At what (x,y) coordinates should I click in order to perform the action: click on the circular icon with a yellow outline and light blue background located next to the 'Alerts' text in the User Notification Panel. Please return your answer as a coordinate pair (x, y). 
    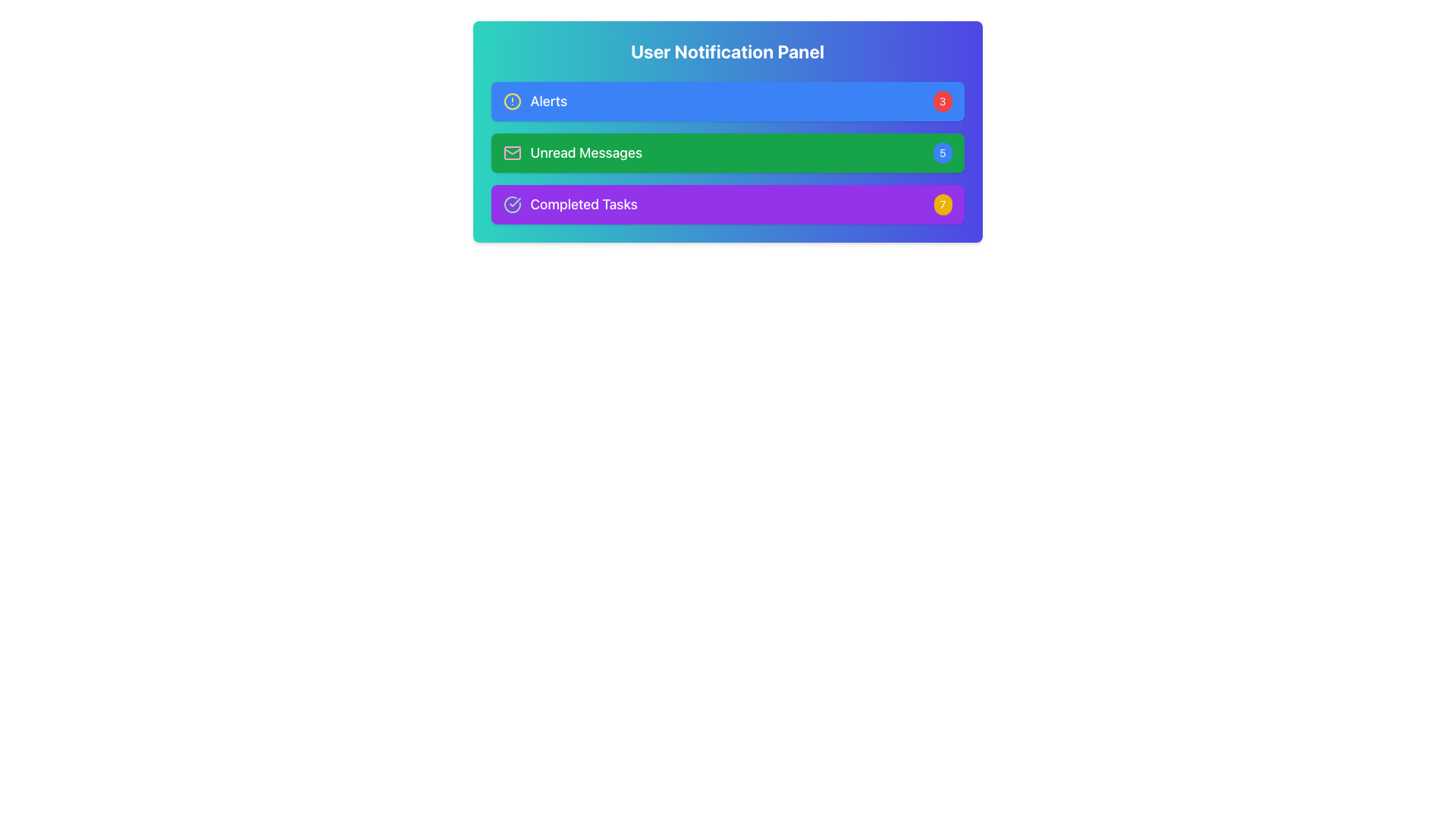
    Looking at the image, I should click on (512, 102).